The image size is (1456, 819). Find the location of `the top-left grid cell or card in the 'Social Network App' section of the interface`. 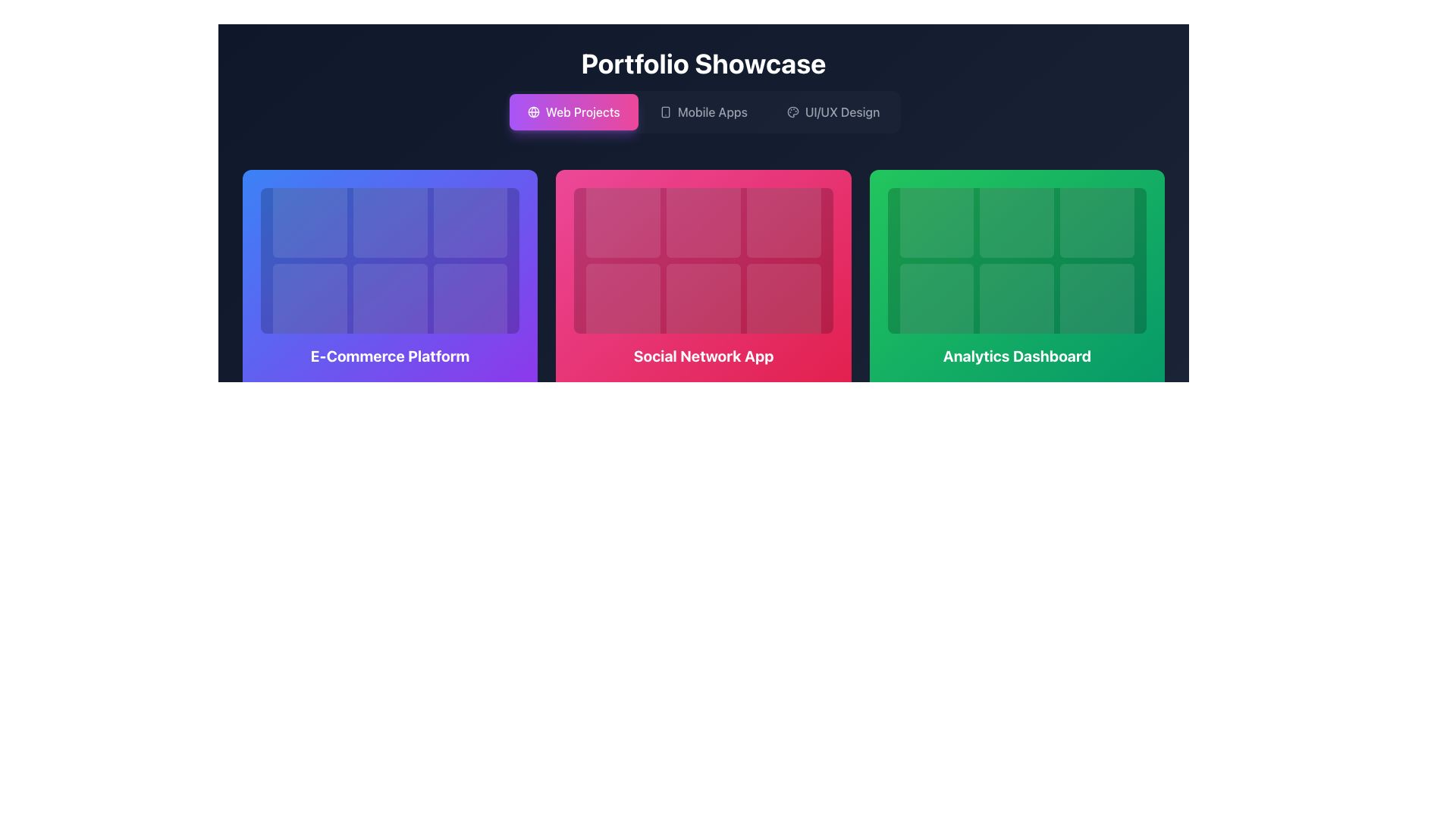

the top-left grid cell or card in the 'Social Network App' section of the interface is located at coordinates (623, 220).